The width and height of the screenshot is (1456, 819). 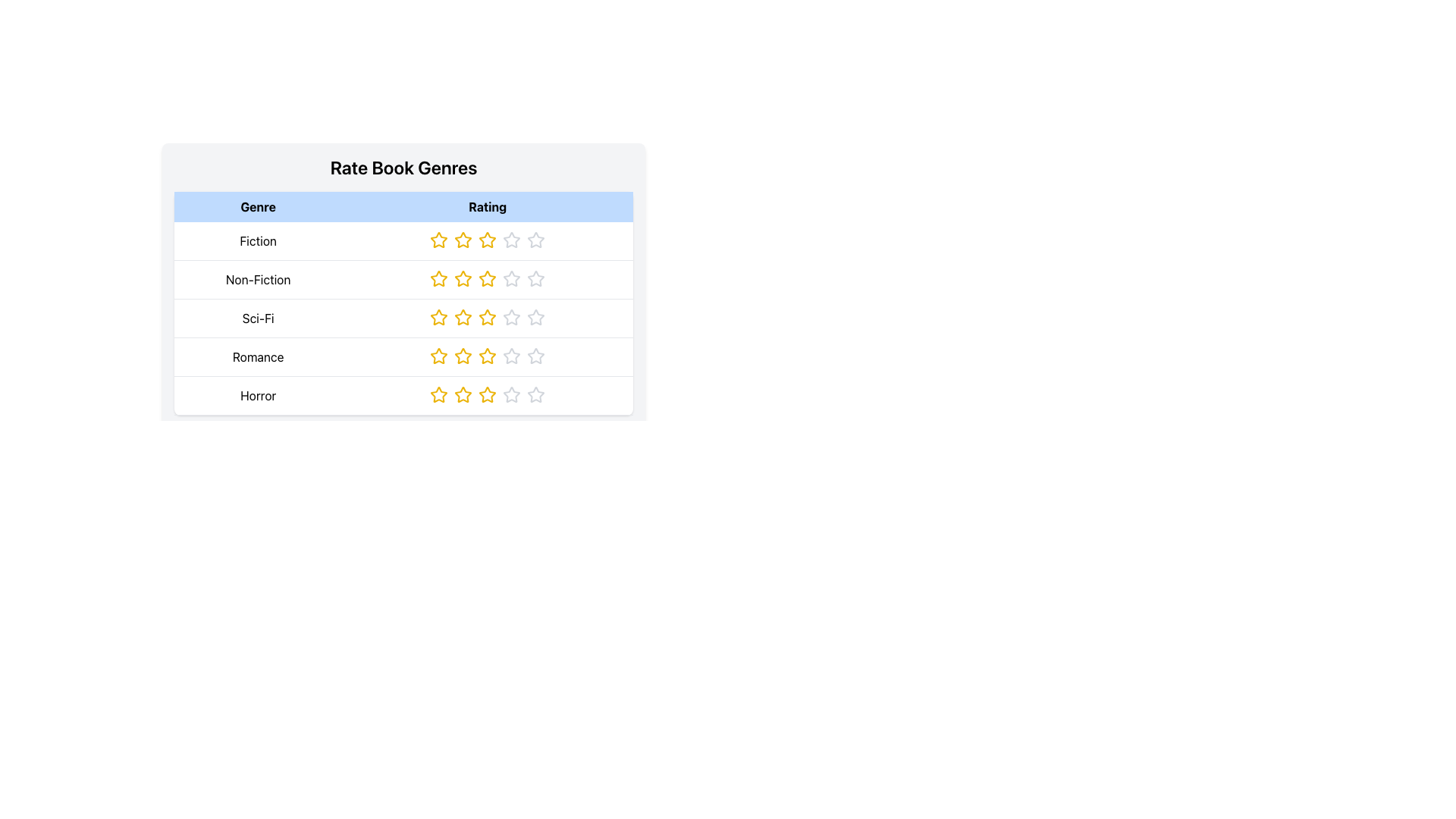 What do you see at coordinates (536, 239) in the screenshot?
I see `the fourth star in the 'Rating' column for the 'Fiction' genre to assign or modify the rating` at bounding box center [536, 239].